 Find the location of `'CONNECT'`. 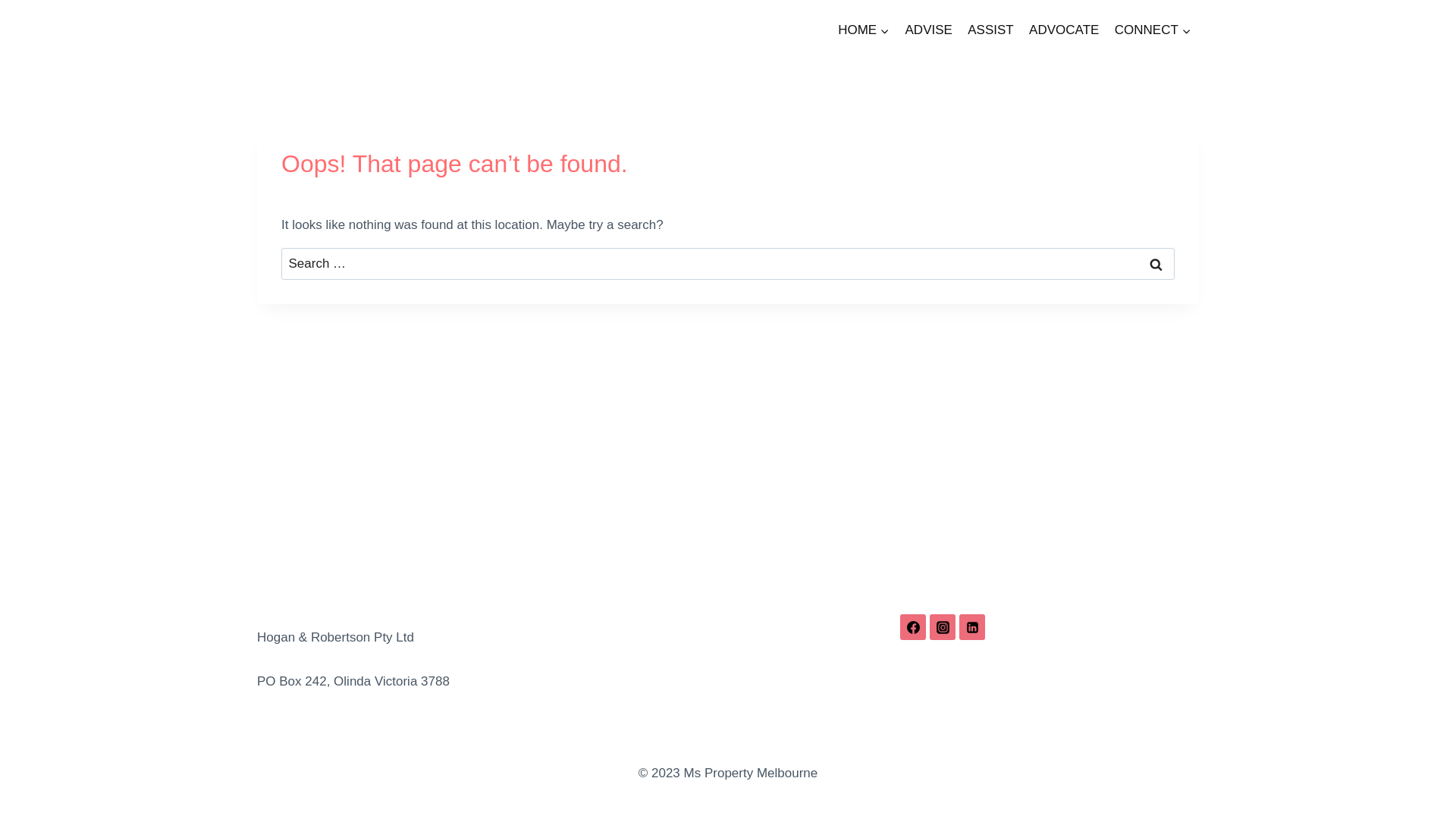

'CONNECT' is located at coordinates (1153, 30).